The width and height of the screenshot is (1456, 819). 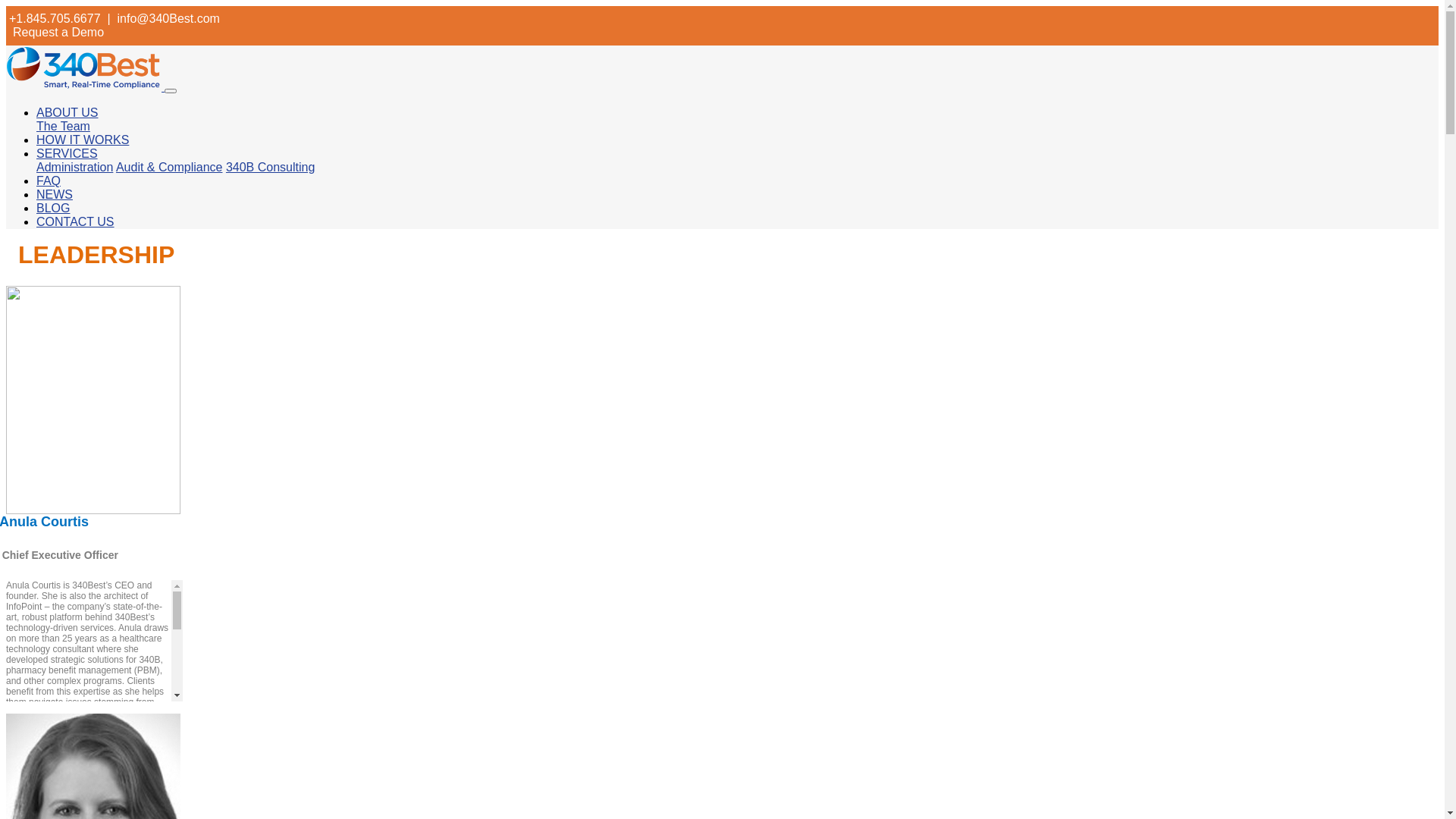 What do you see at coordinates (270, 167) in the screenshot?
I see `'340B Consulting'` at bounding box center [270, 167].